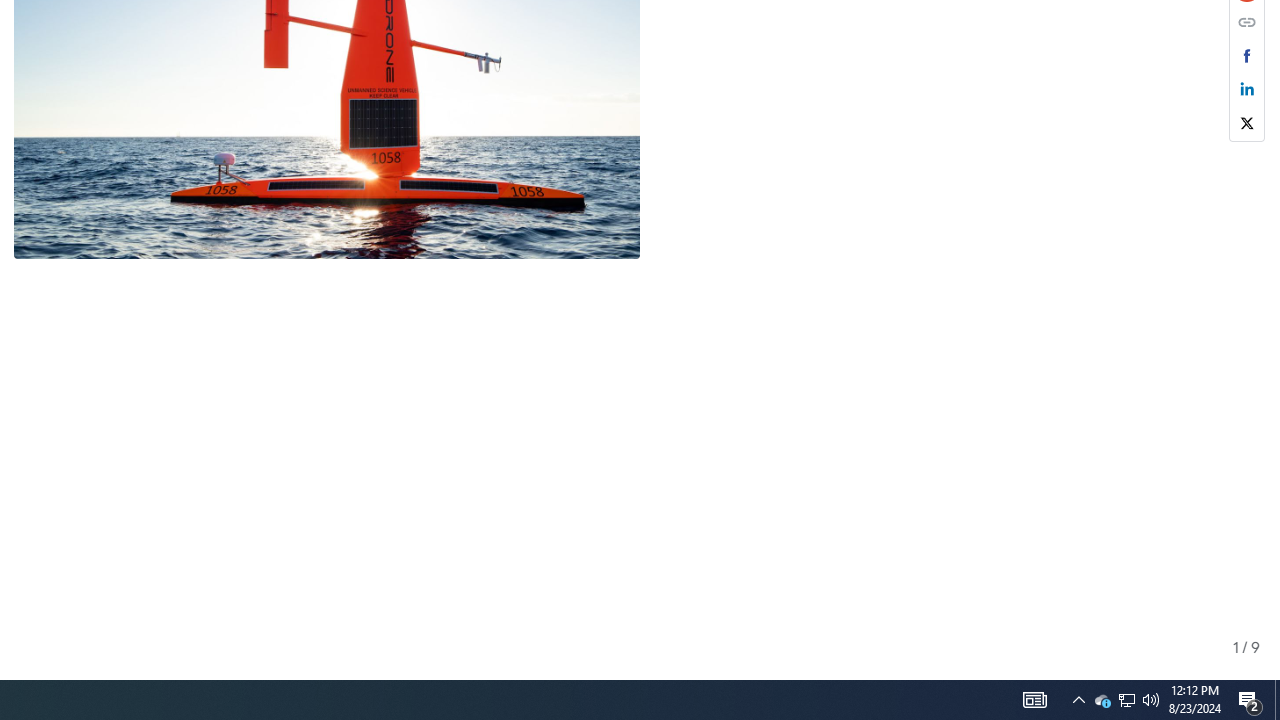 The height and width of the screenshot is (720, 1280). Describe the element at coordinates (1127, 698) in the screenshot. I see `'User Promoted Notification Area'` at that location.